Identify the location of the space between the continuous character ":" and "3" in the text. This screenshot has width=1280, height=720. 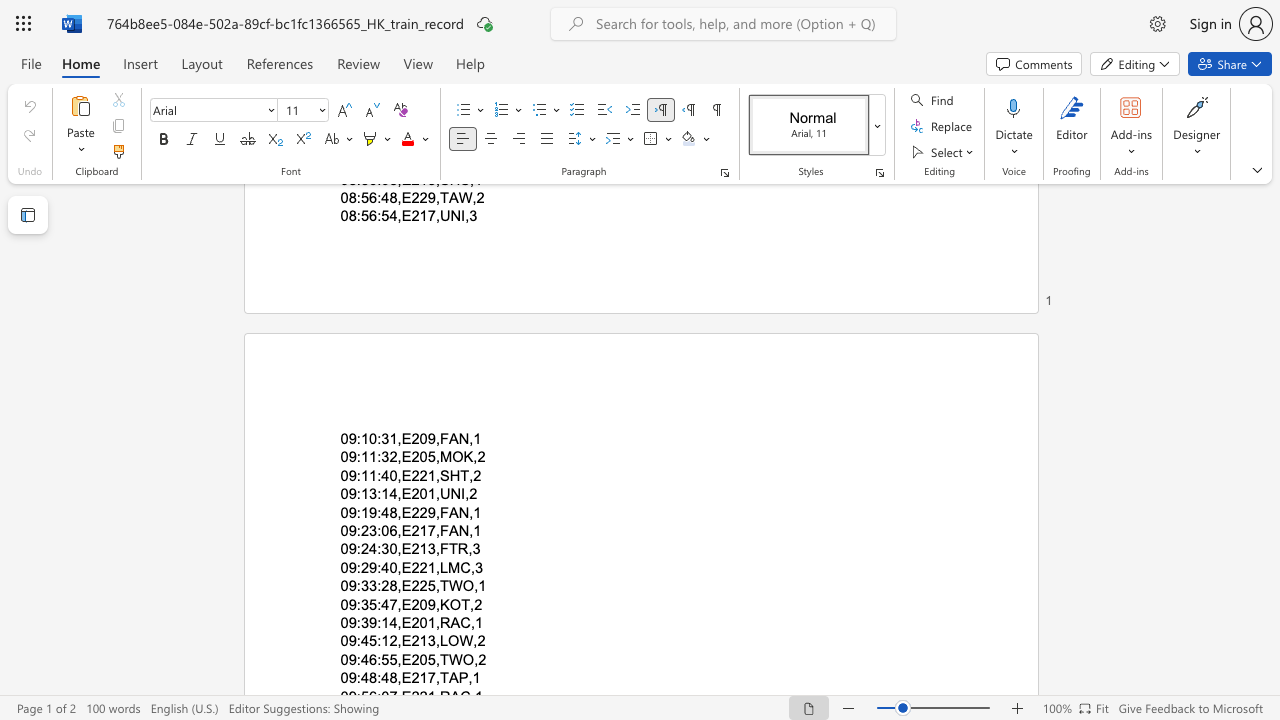
(382, 549).